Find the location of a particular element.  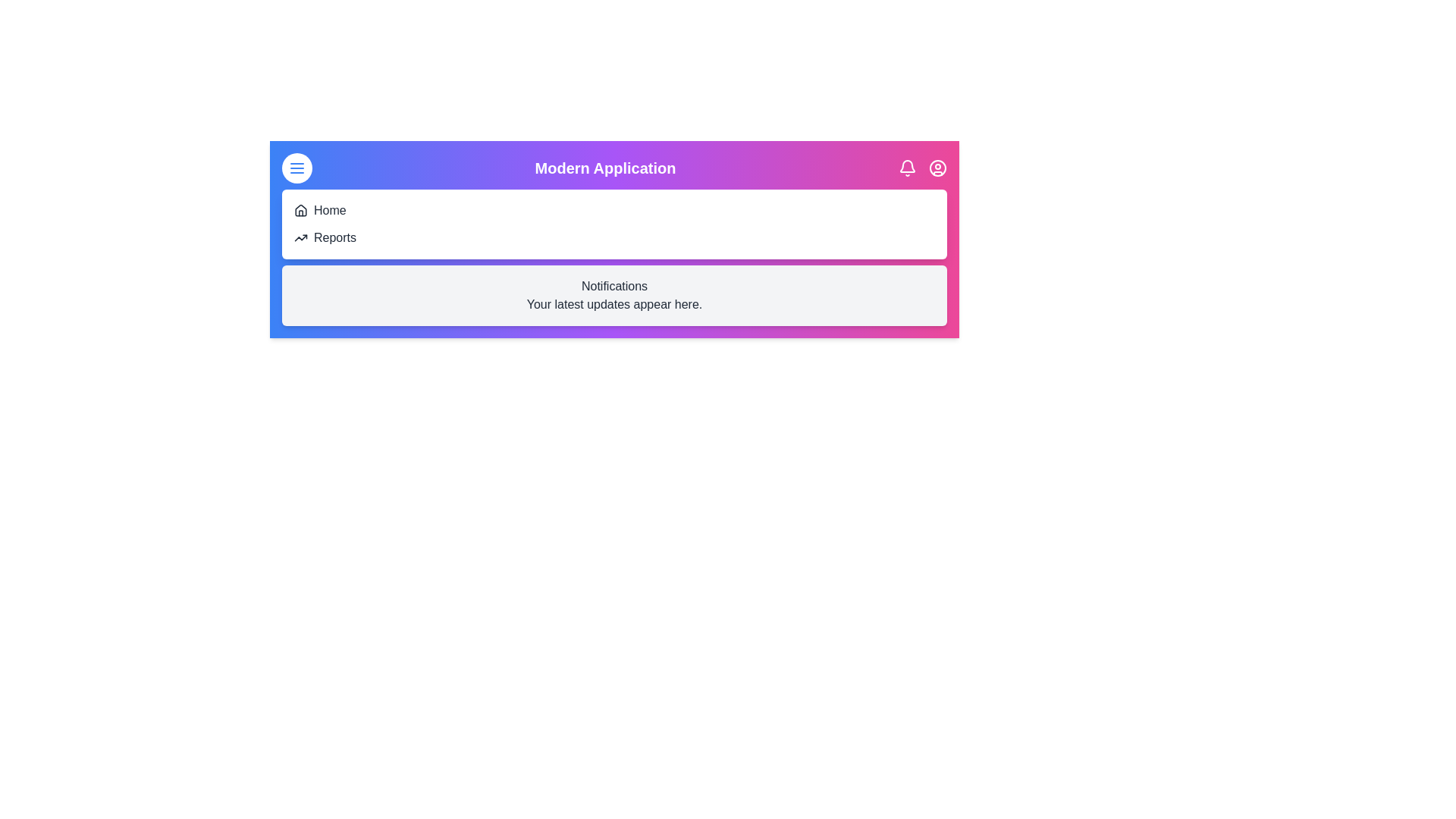

the user profile icon to interact with it is located at coordinates (937, 168).